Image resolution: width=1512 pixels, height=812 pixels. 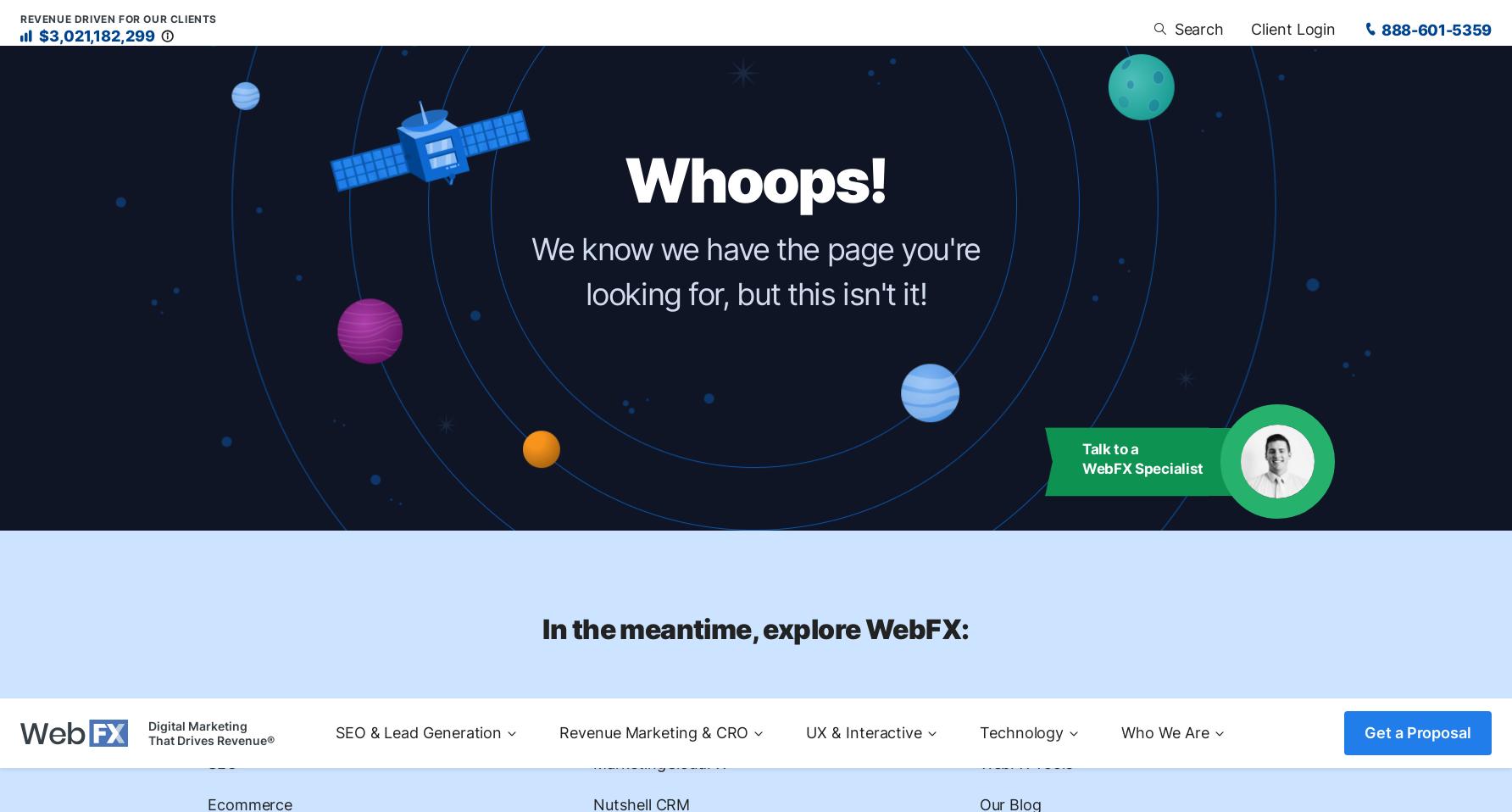 I want to click on 'Owner', so click(x=1361, y=649).